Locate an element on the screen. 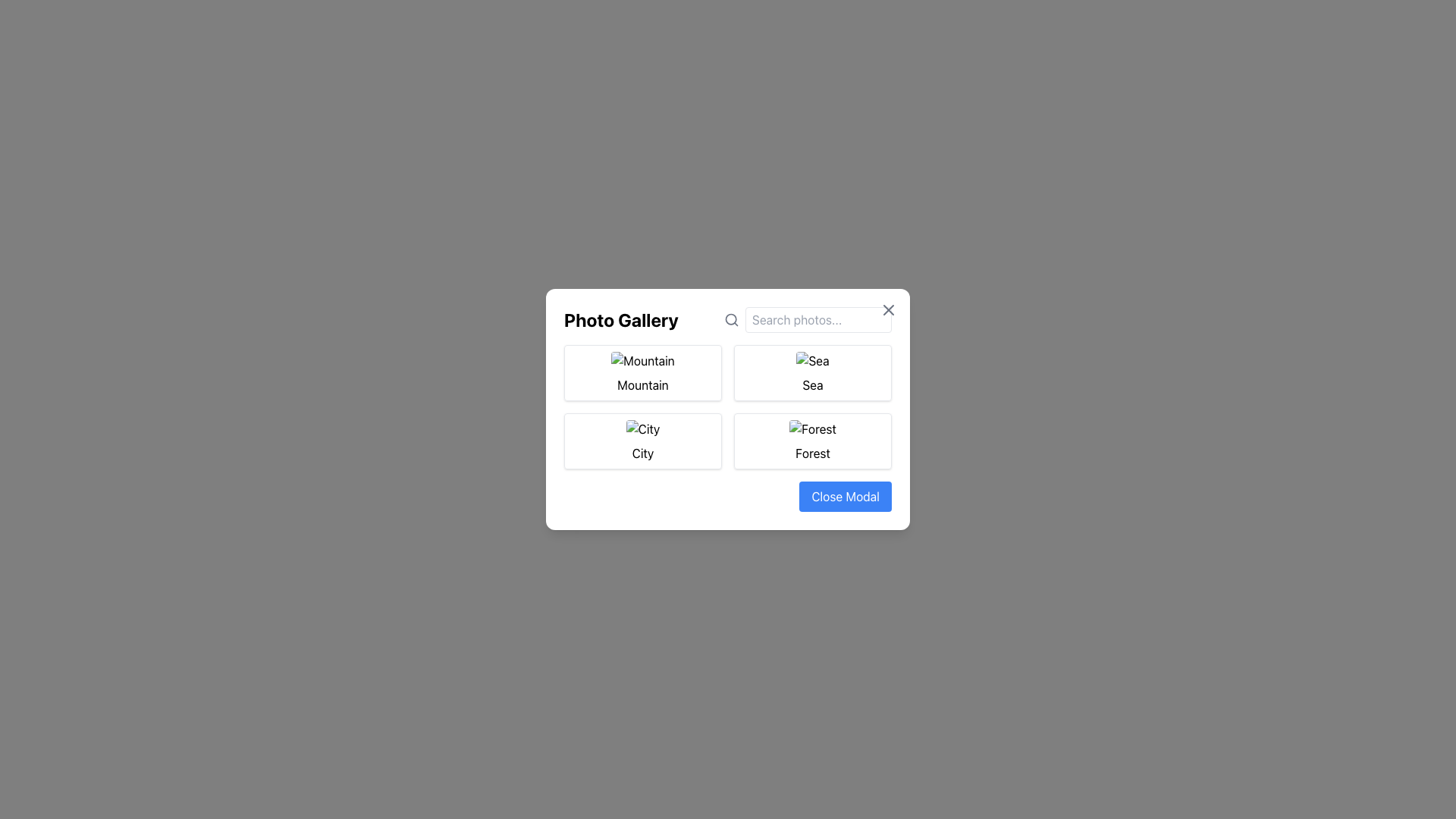  text label that reads 'Mountain', which is located in the first column, first row of the grid layout below the image placeholder in the 'Photo Gallery' modal window is located at coordinates (643, 384).